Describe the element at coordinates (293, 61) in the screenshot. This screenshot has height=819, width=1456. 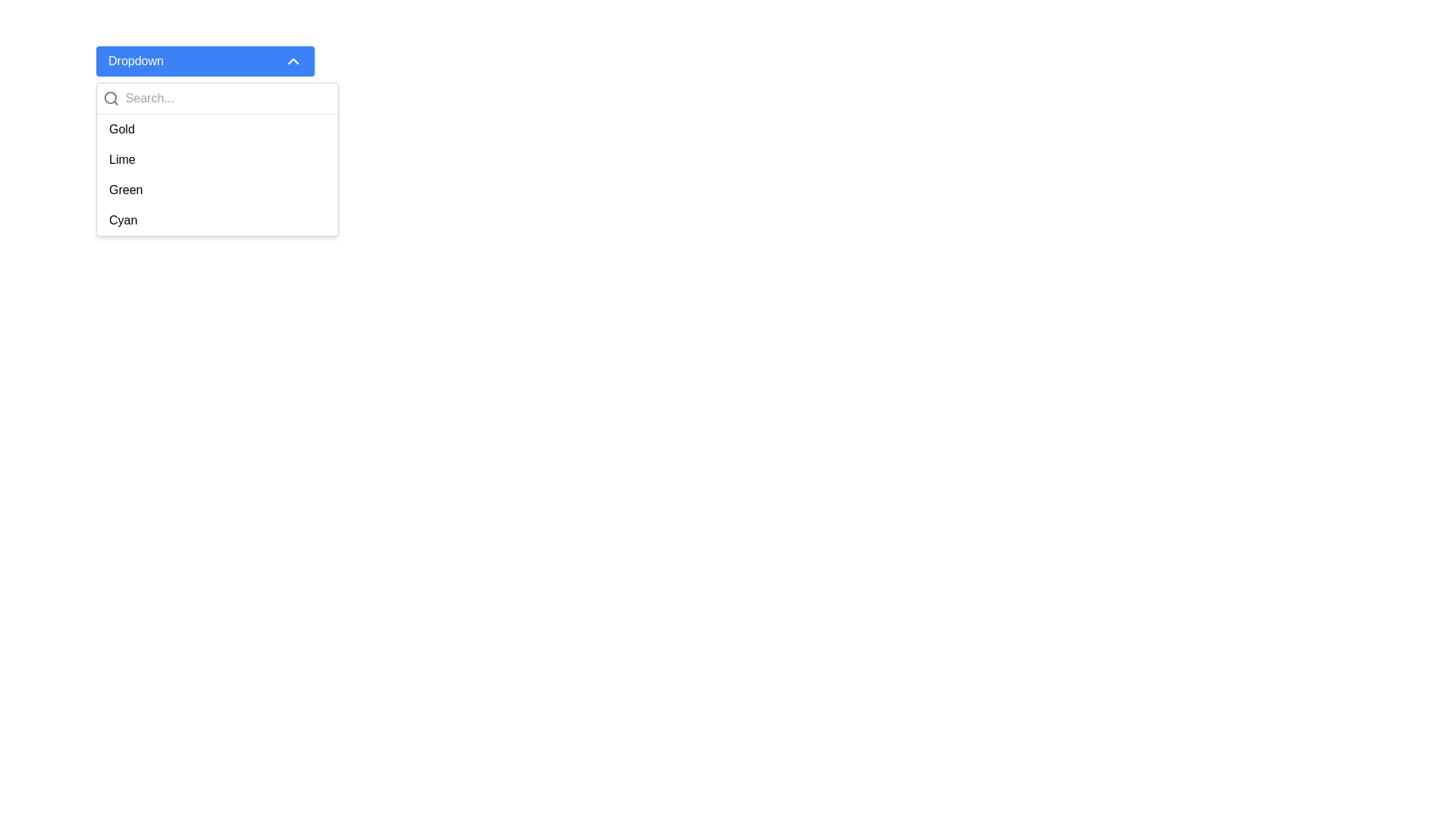
I see `the upward-facing chevron icon located on the right side of the 'Dropdown' button` at that location.